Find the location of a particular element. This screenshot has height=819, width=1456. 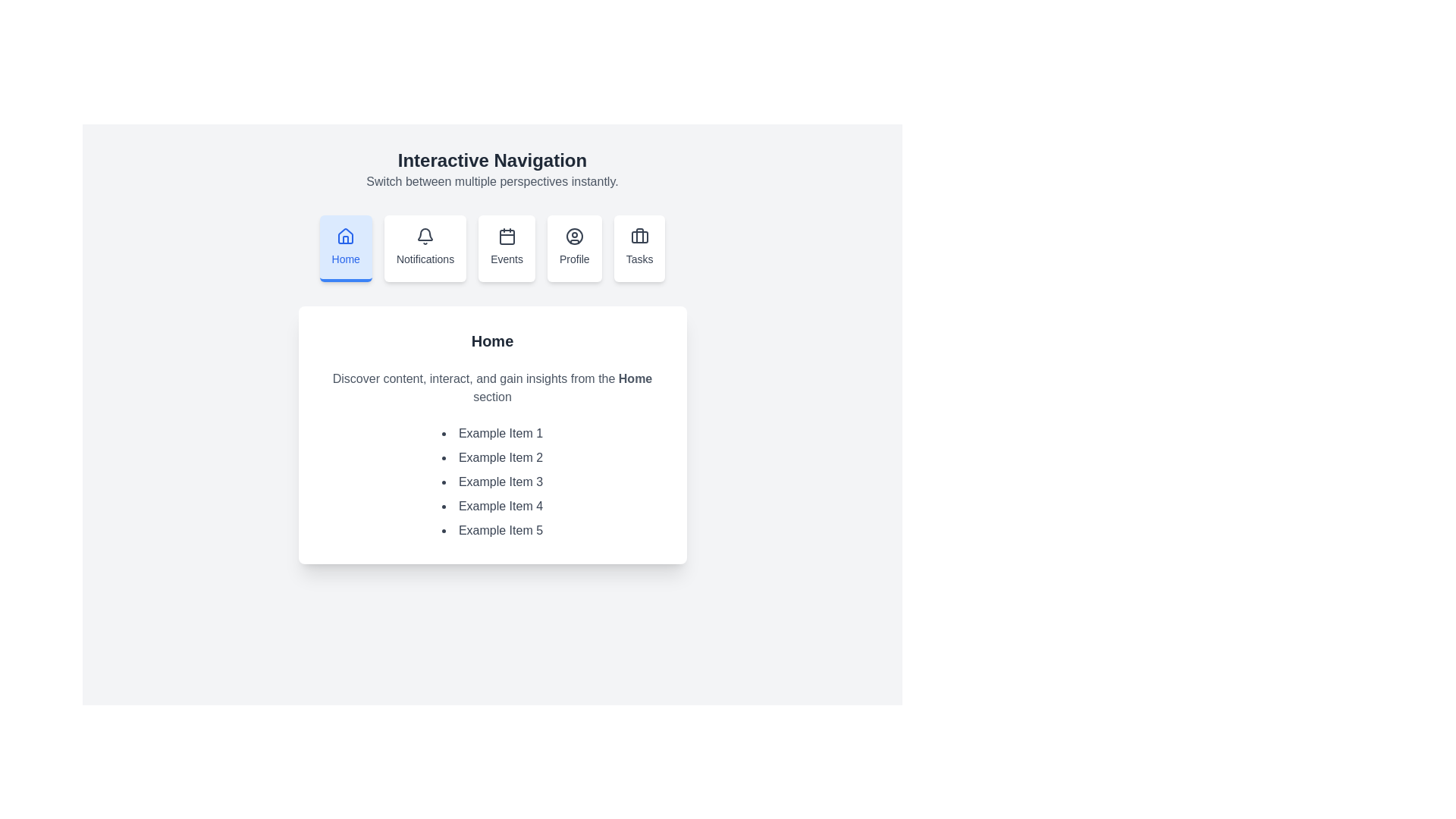

the 'Profile' navigation button located in the horizontal navigation bar, which is the fourth item from the left is located at coordinates (573, 247).